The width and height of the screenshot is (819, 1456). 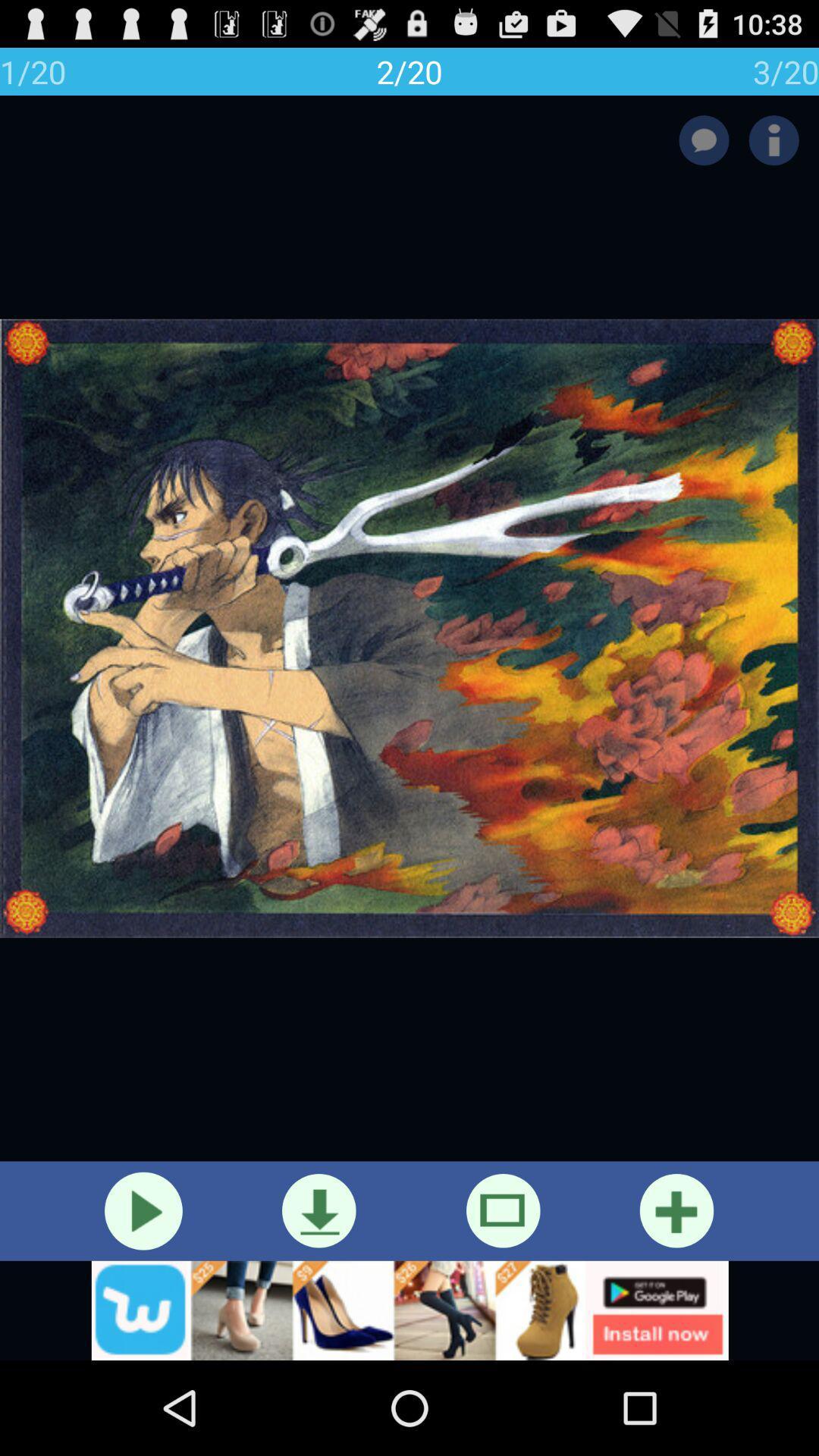 What do you see at coordinates (143, 1210) in the screenshot?
I see `video` at bounding box center [143, 1210].